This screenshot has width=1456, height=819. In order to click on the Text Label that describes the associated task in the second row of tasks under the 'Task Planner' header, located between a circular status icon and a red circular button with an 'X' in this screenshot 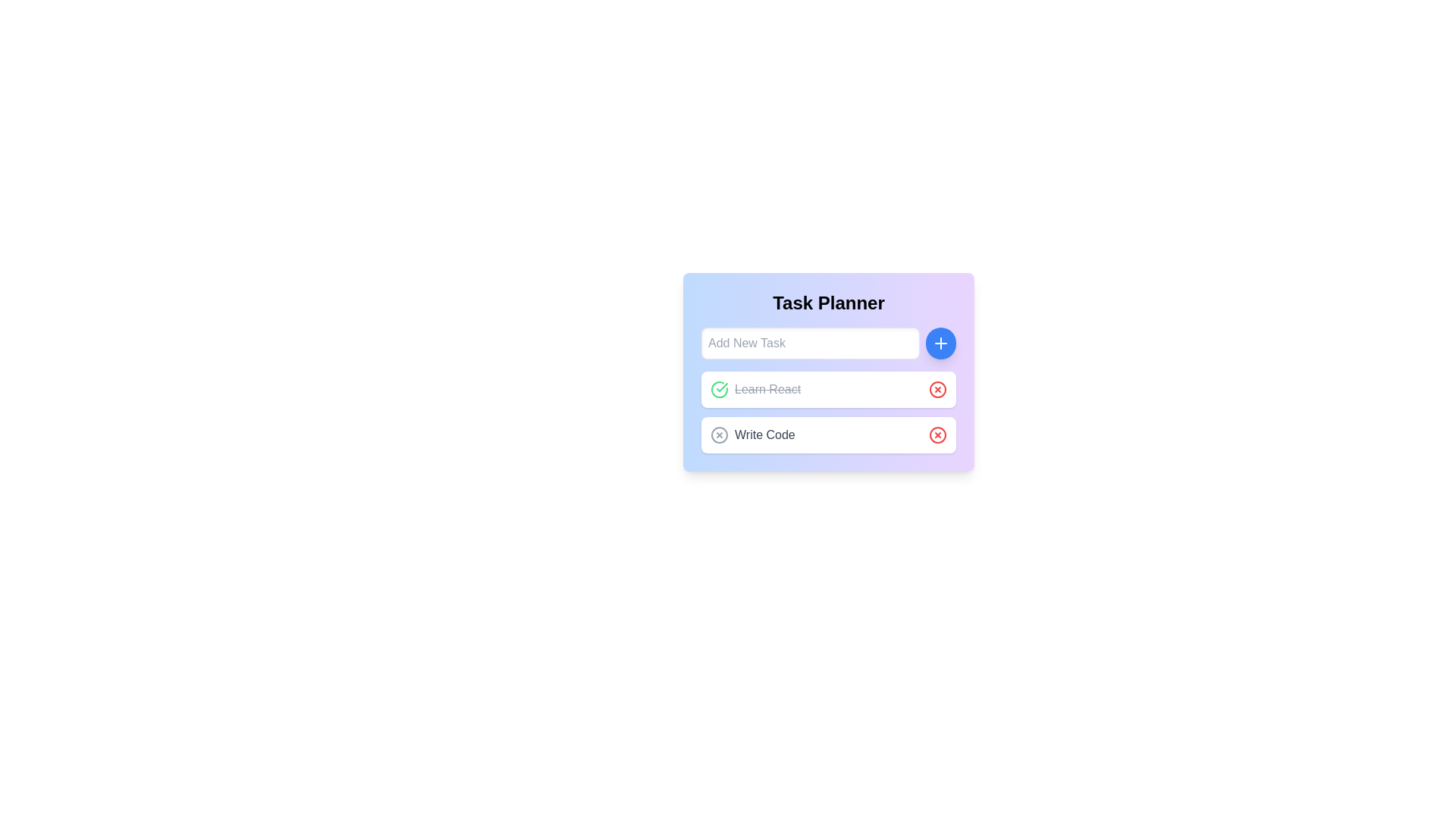, I will do `click(764, 435)`.